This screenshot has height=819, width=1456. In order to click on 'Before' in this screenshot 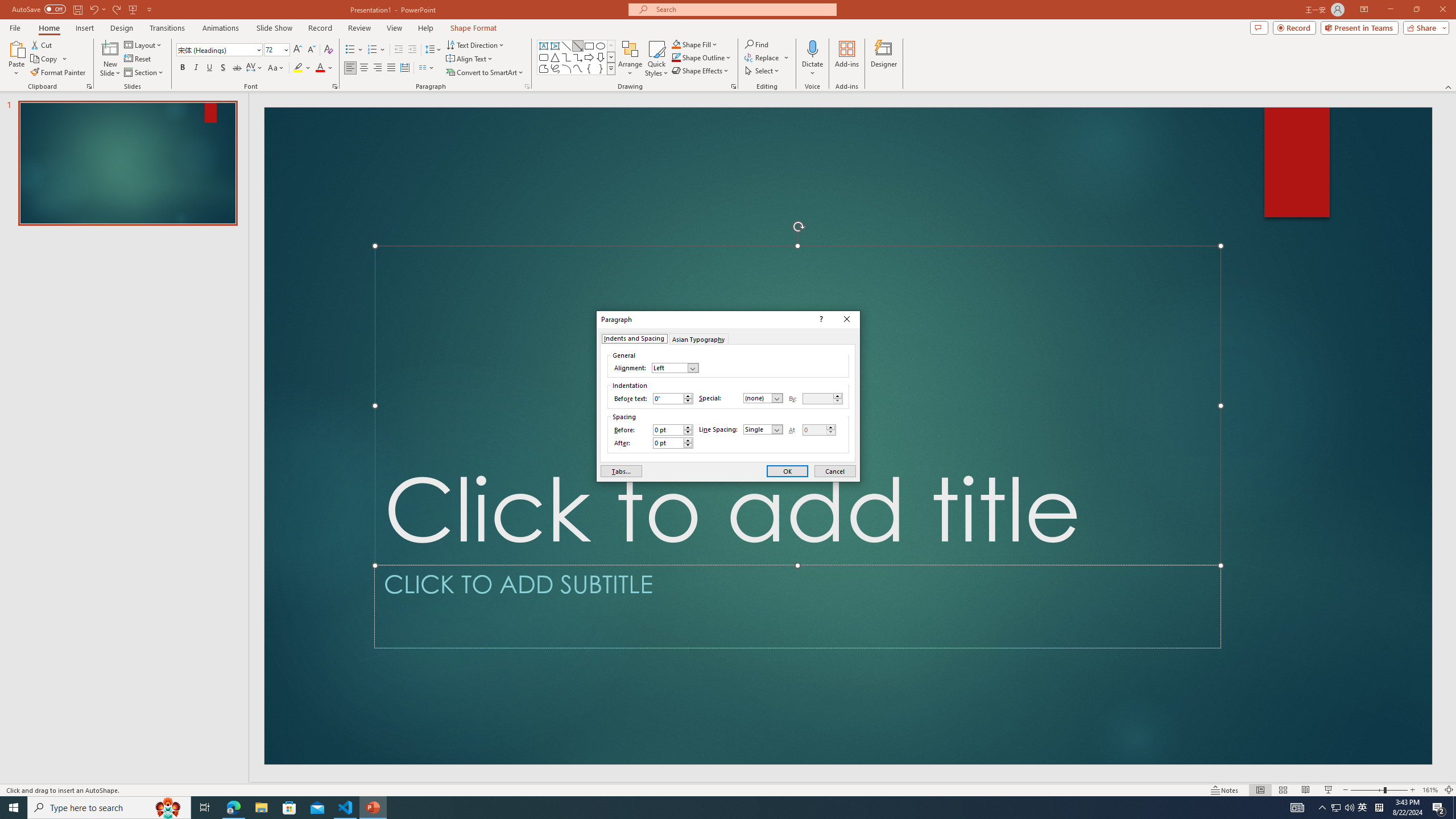, I will do `click(668, 429)`.